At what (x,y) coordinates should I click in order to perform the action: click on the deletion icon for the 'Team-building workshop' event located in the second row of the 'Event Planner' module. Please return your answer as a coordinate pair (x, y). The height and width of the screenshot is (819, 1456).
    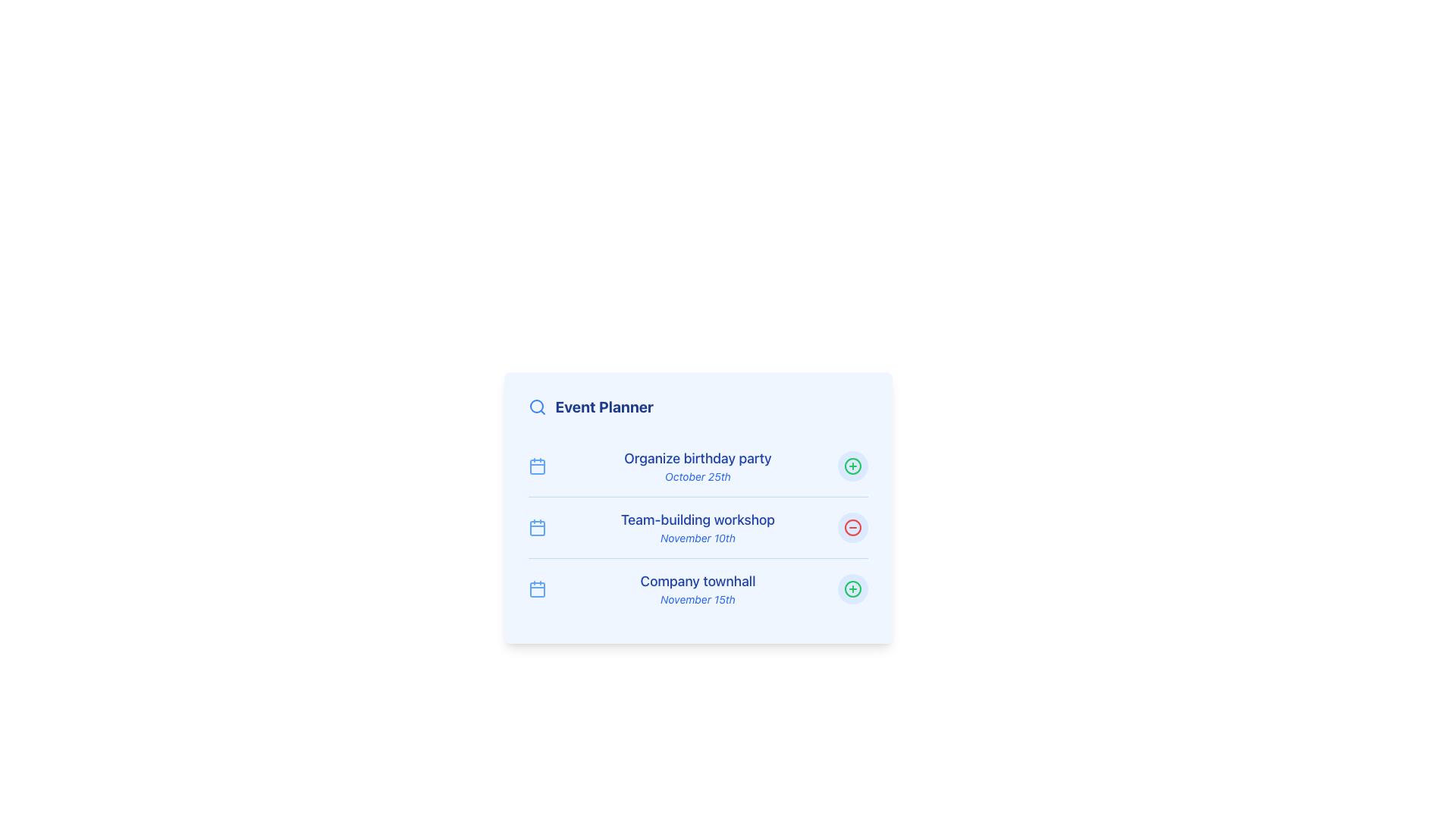
    Looking at the image, I should click on (852, 526).